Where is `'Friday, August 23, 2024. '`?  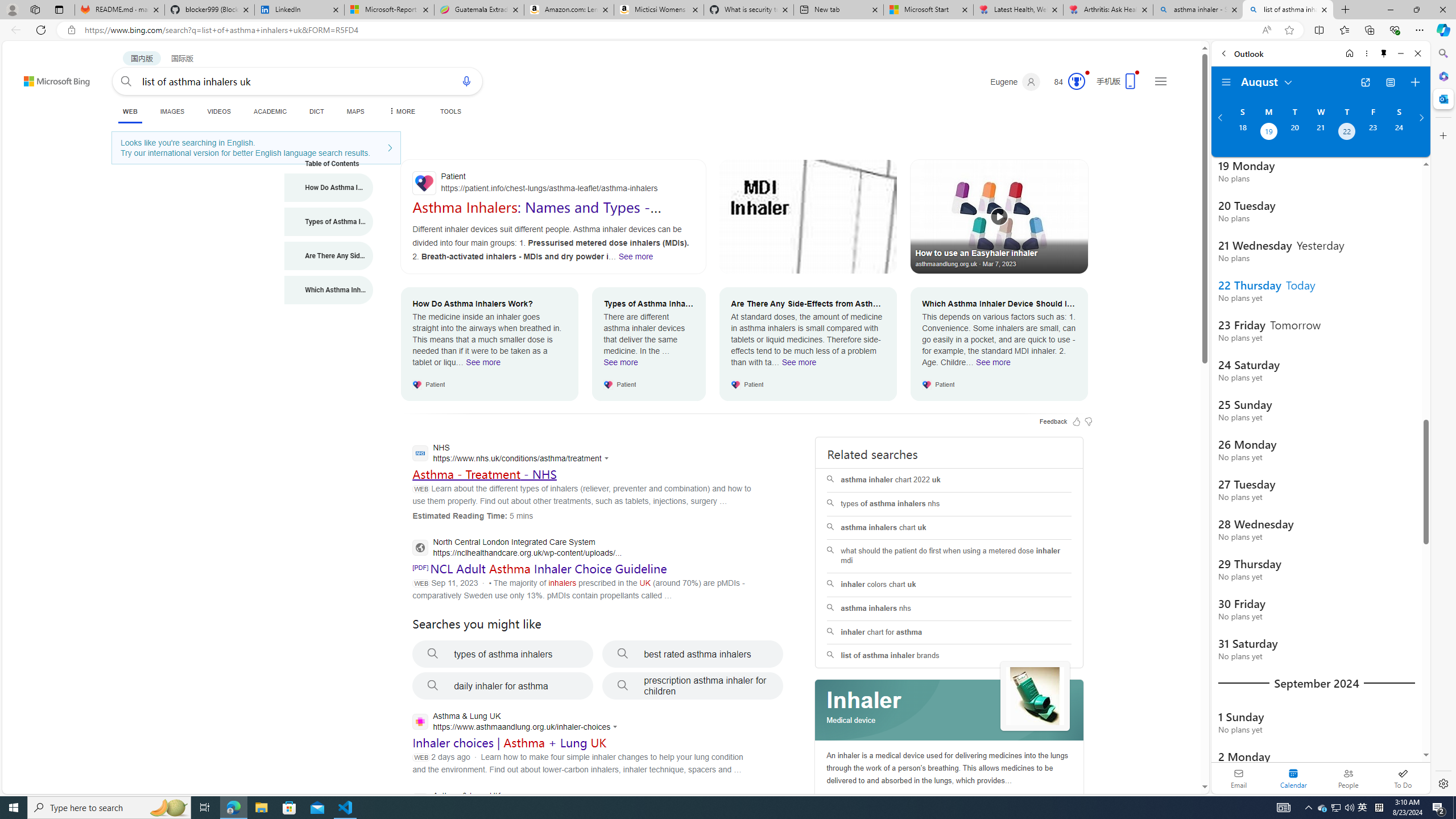 'Friday, August 23, 2024. ' is located at coordinates (1372, 133).